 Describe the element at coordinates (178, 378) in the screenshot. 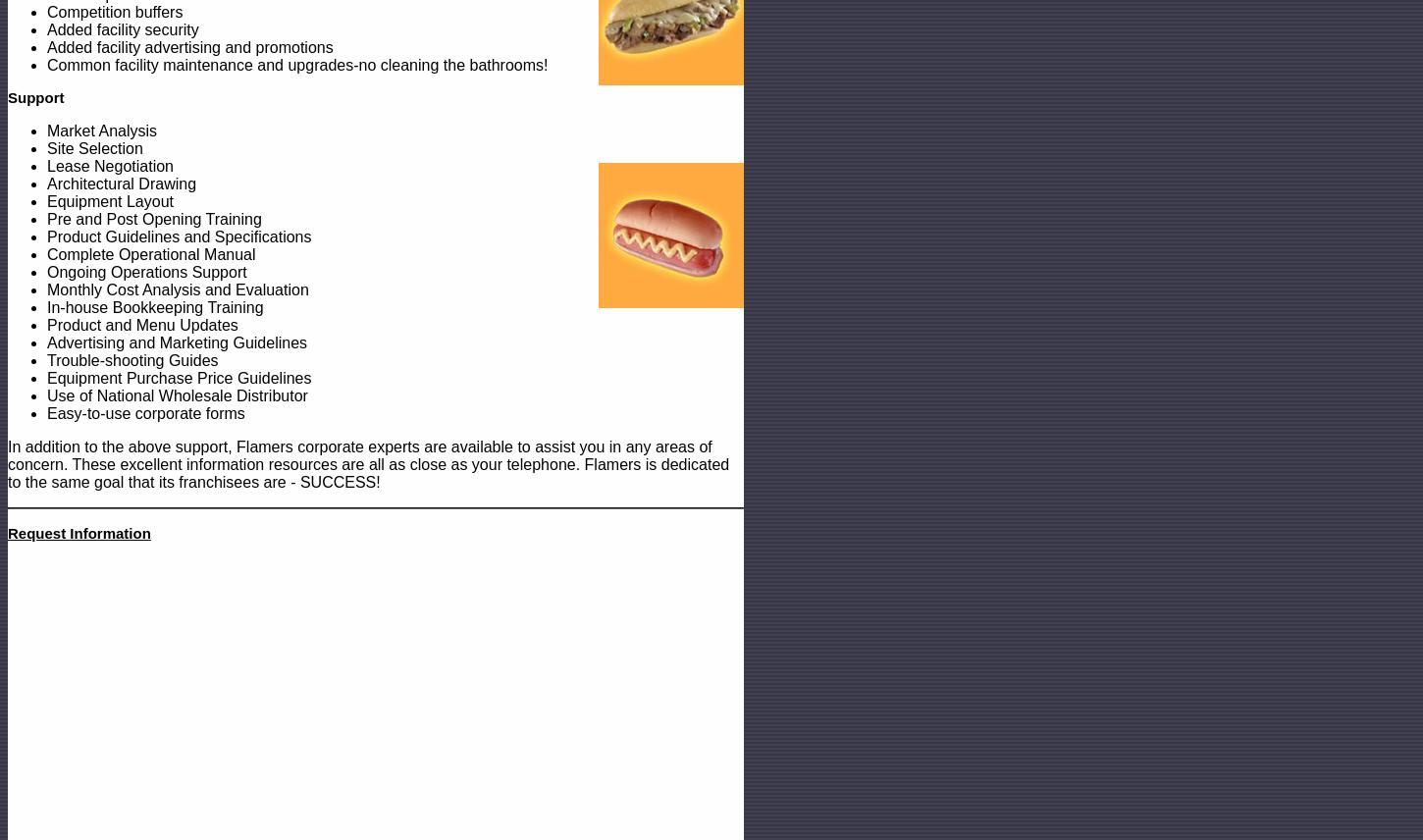

I see `'Equipment Purchase Price Guidelines'` at that location.